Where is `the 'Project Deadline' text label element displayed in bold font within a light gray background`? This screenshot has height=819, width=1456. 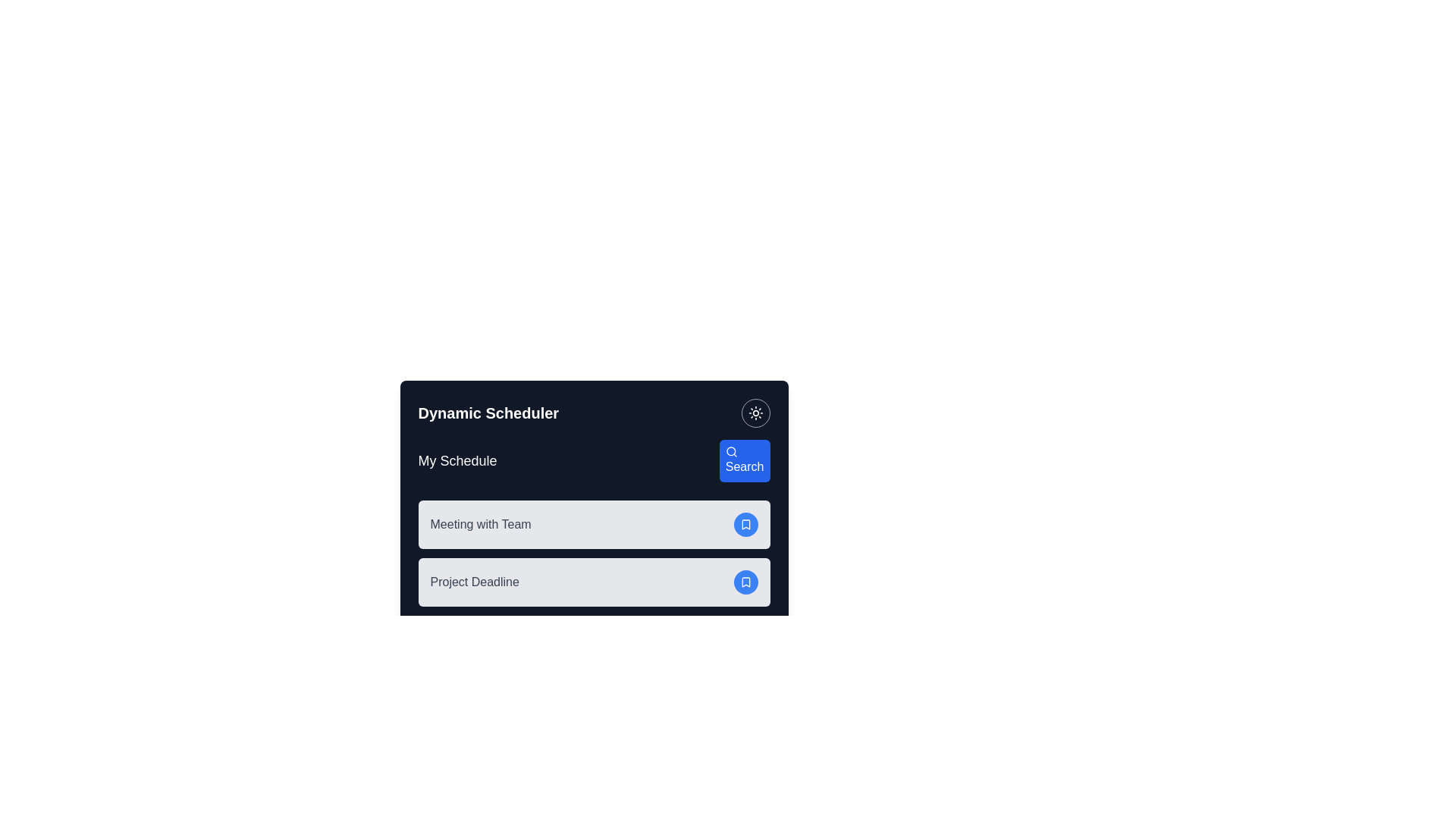
the 'Project Deadline' text label element displayed in bold font within a light gray background is located at coordinates (474, 581).